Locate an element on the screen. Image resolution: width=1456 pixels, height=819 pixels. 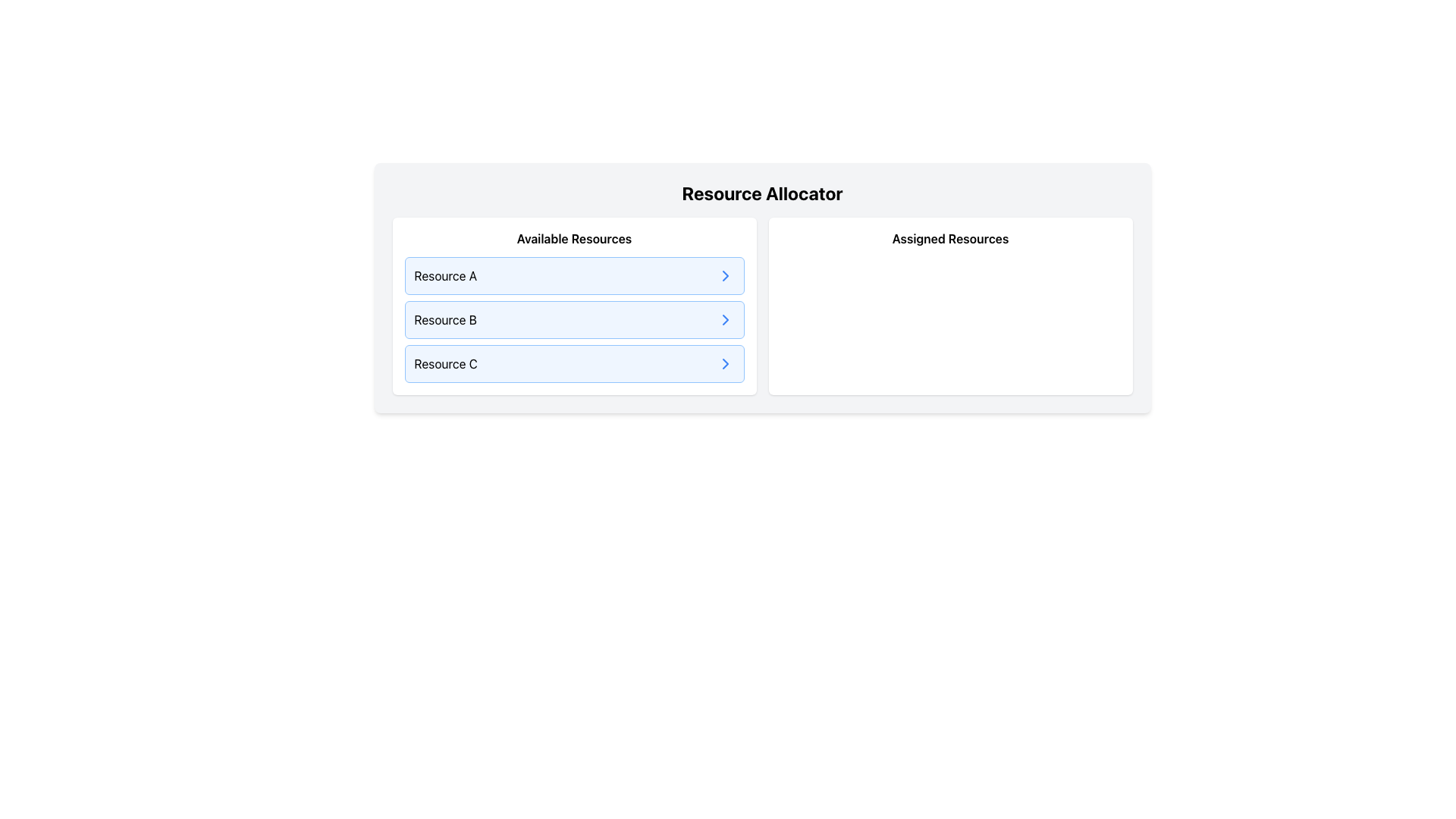
the rightward arrow icon button embedded in the card labeled 'Resource C' is located at coordinates (724, 363).